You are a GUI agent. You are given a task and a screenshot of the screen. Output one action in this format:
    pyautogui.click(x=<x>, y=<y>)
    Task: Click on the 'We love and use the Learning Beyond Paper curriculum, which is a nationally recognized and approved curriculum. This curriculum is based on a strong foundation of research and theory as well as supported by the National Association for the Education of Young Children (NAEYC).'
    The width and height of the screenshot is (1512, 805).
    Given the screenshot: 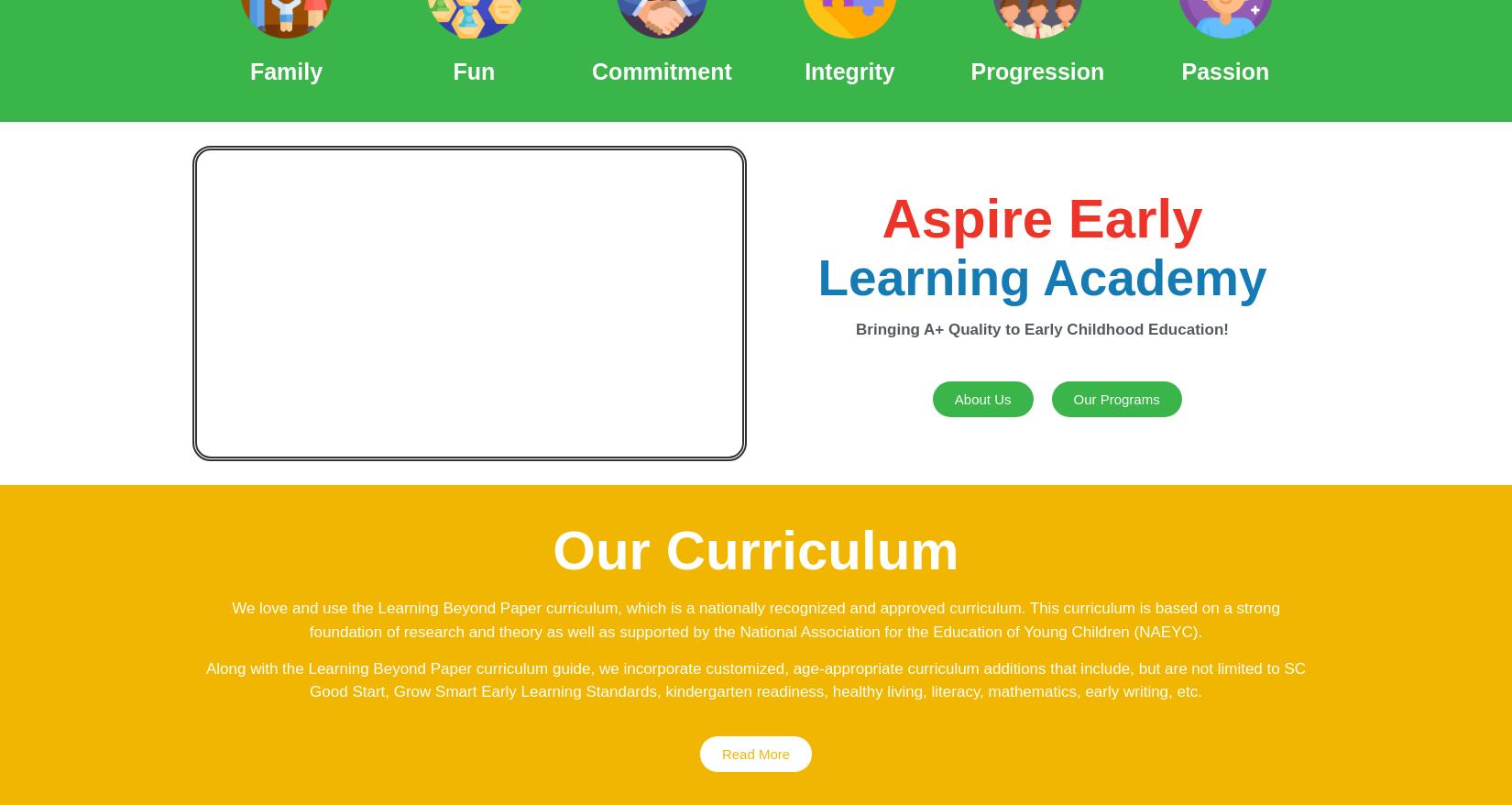 What is the action you would take?
    pyautogui.click(x=754, y=619)
    